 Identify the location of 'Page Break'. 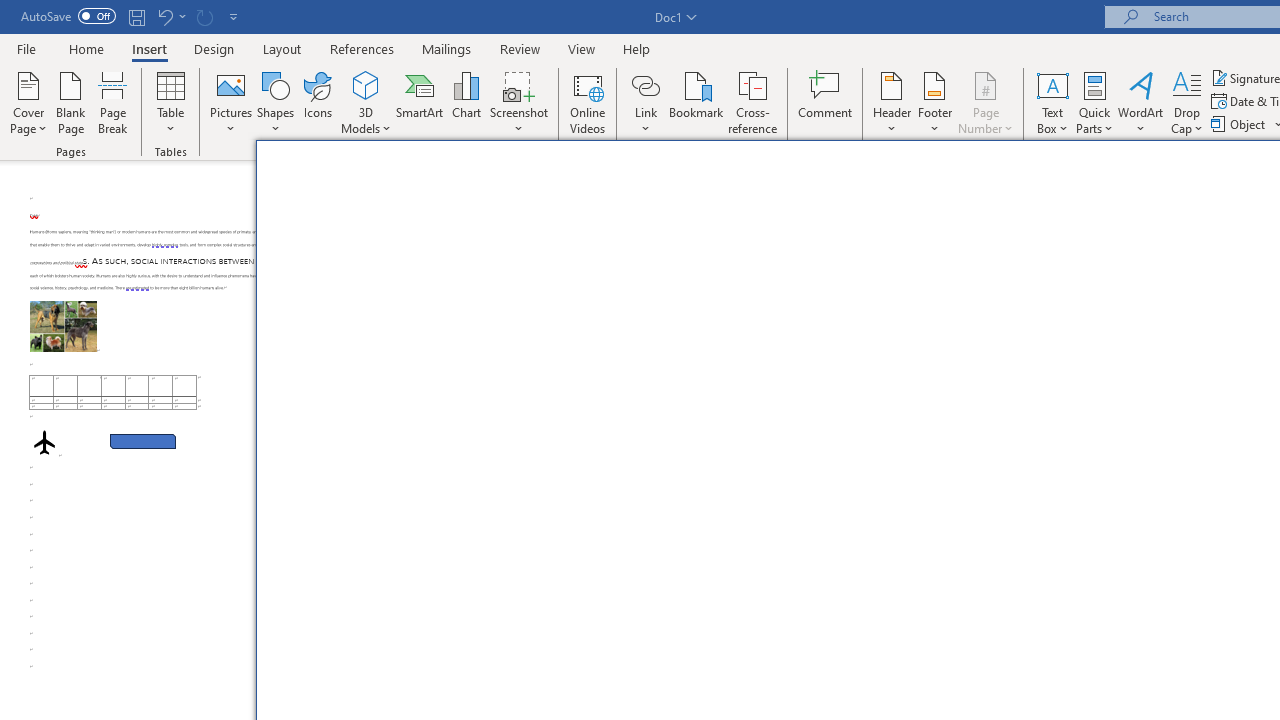
(112, 103).